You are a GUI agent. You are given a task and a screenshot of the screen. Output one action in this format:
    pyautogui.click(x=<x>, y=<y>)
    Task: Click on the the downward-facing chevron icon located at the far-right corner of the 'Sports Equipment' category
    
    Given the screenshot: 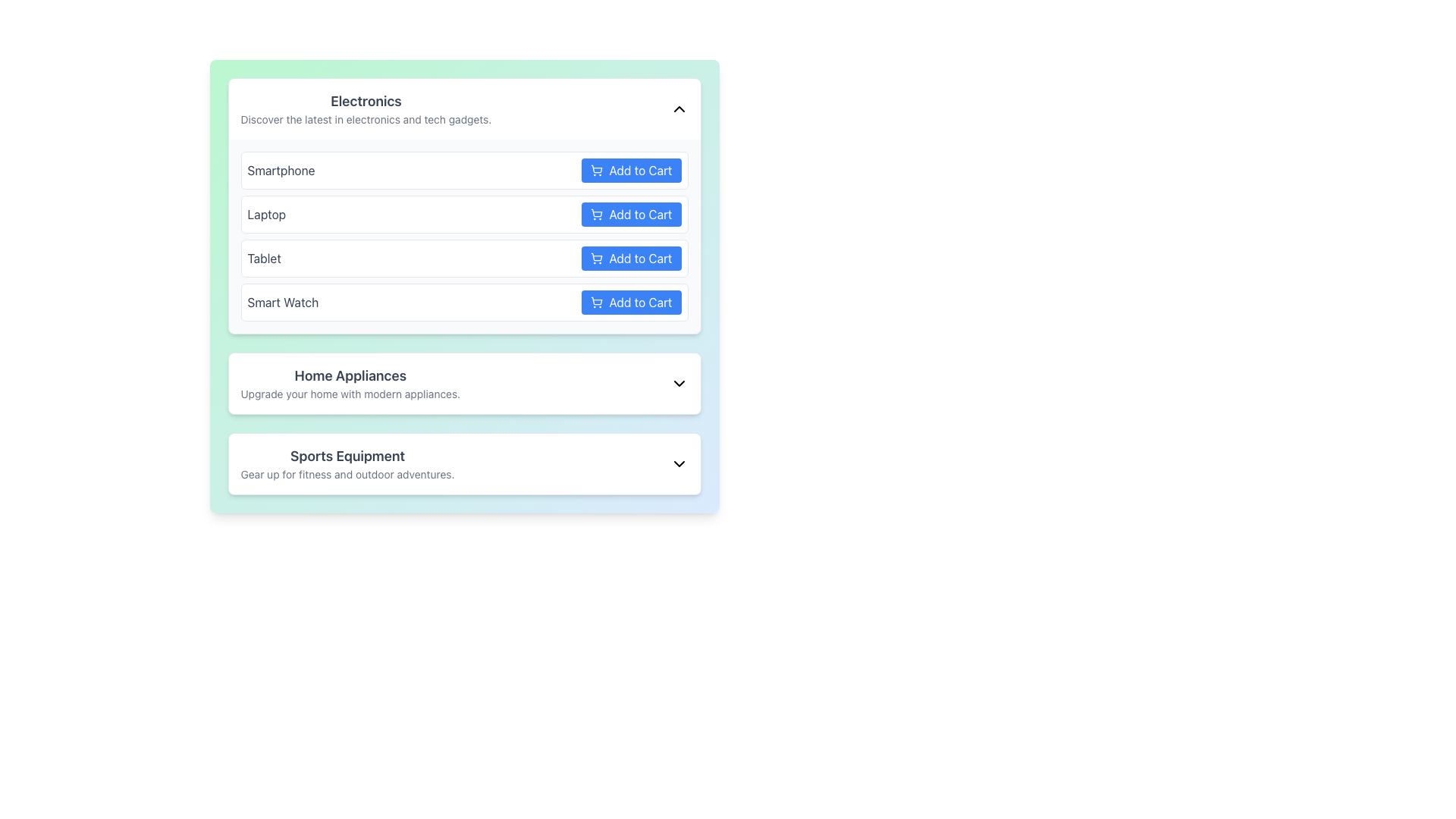 What is the action you would take?
    pyautogui.click(x=678, y=463)
    